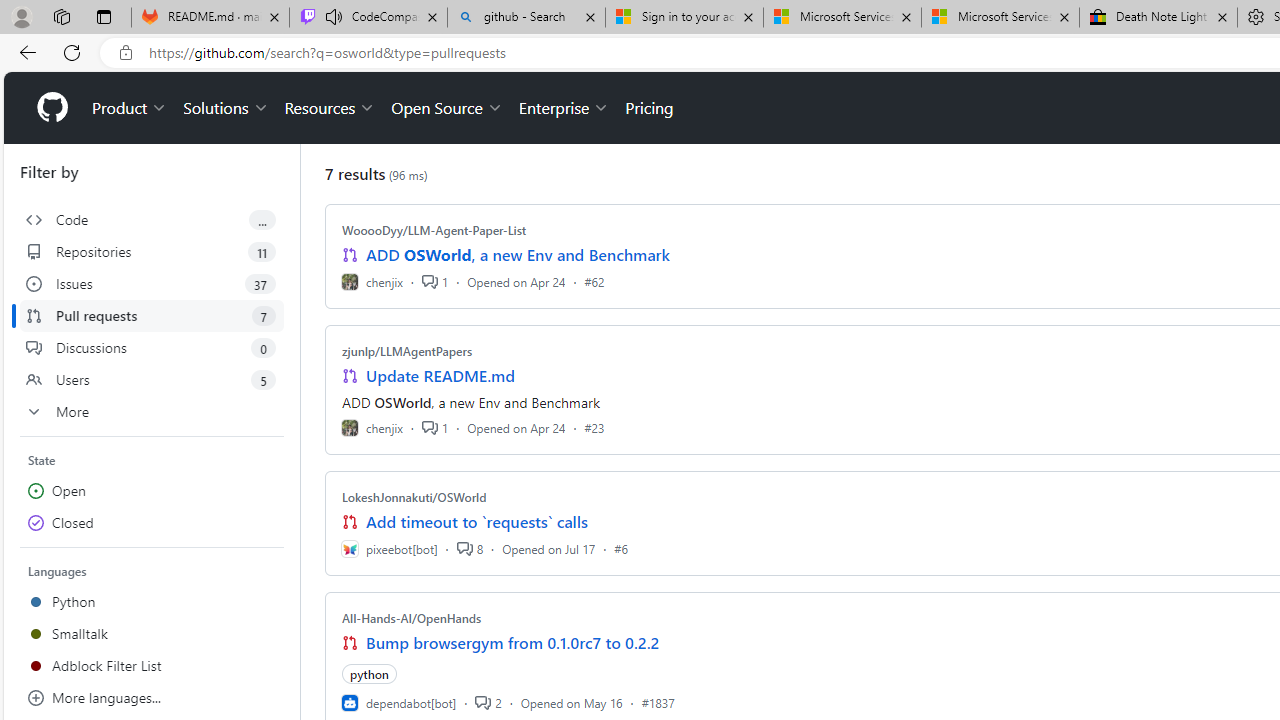  Describe the element at coordinates (445, 108) in the screenshot. I see `'Open Source'` at that location.